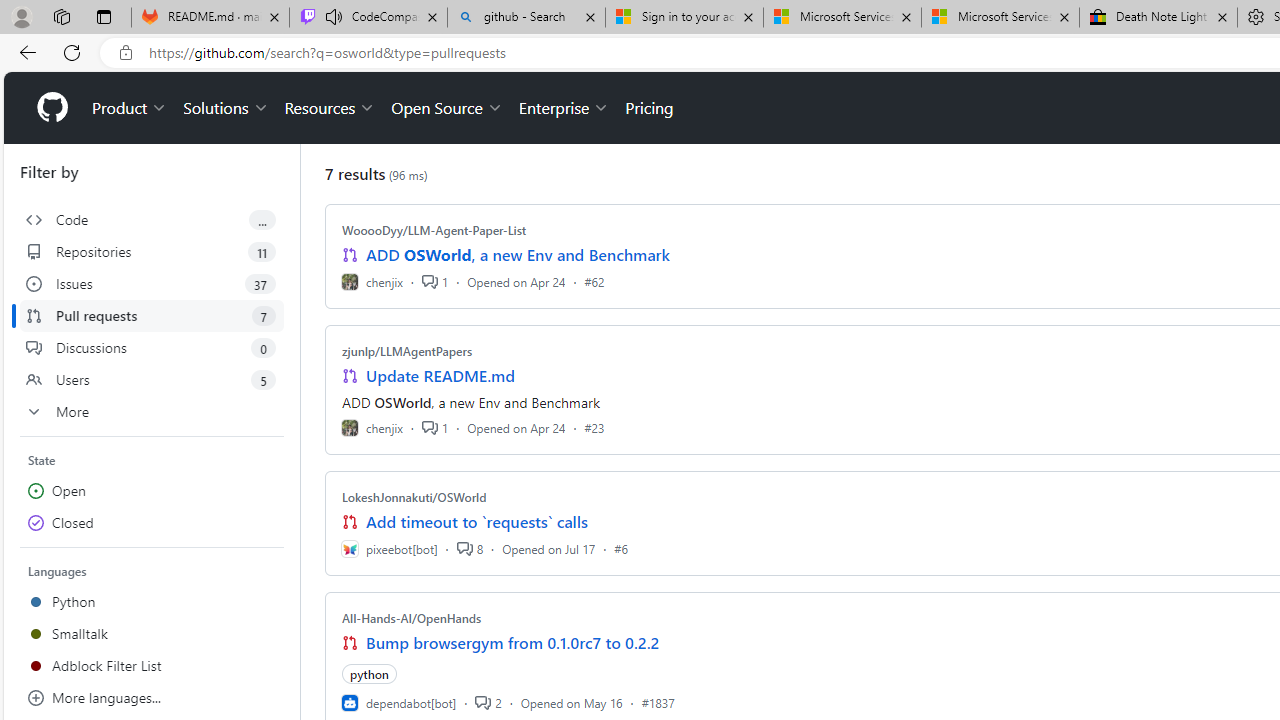  Describe the element at coordinates (445, 108) in the screenshot. I see `'Open Source'` at that location.